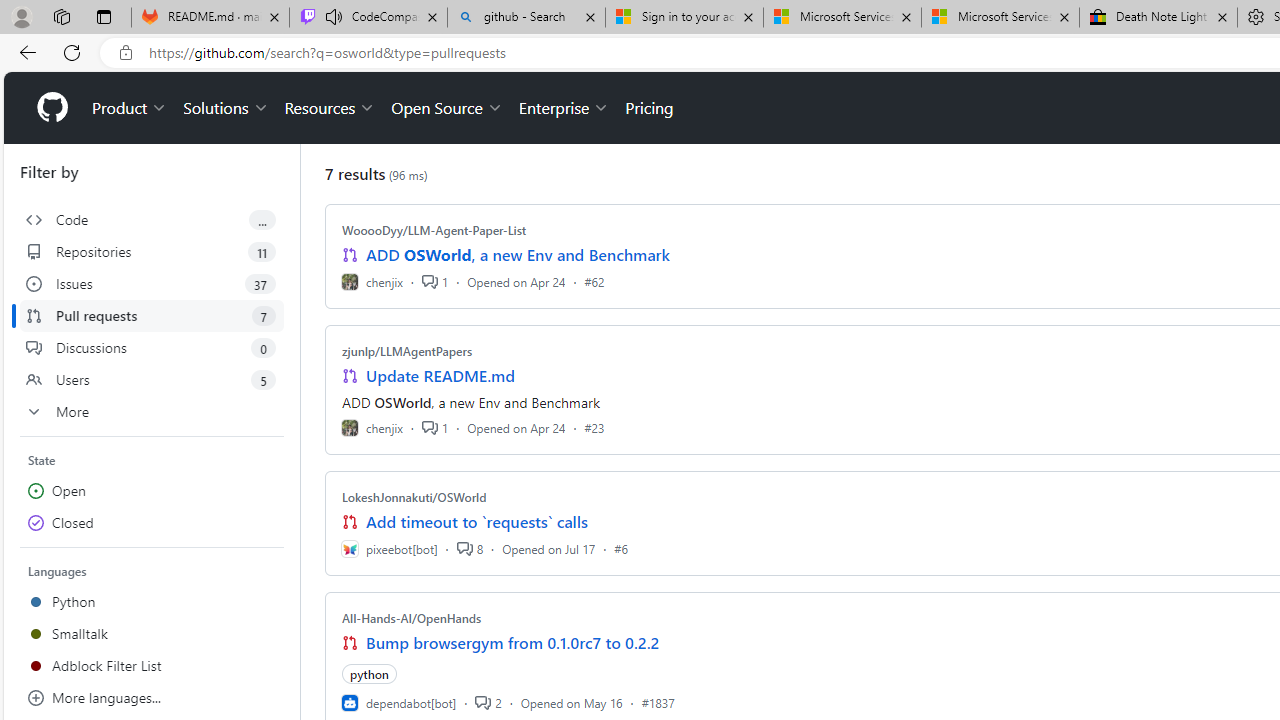  Describe the element at coordinates (445, 108) in the screenshot. I see `'Open Source'` at that location.